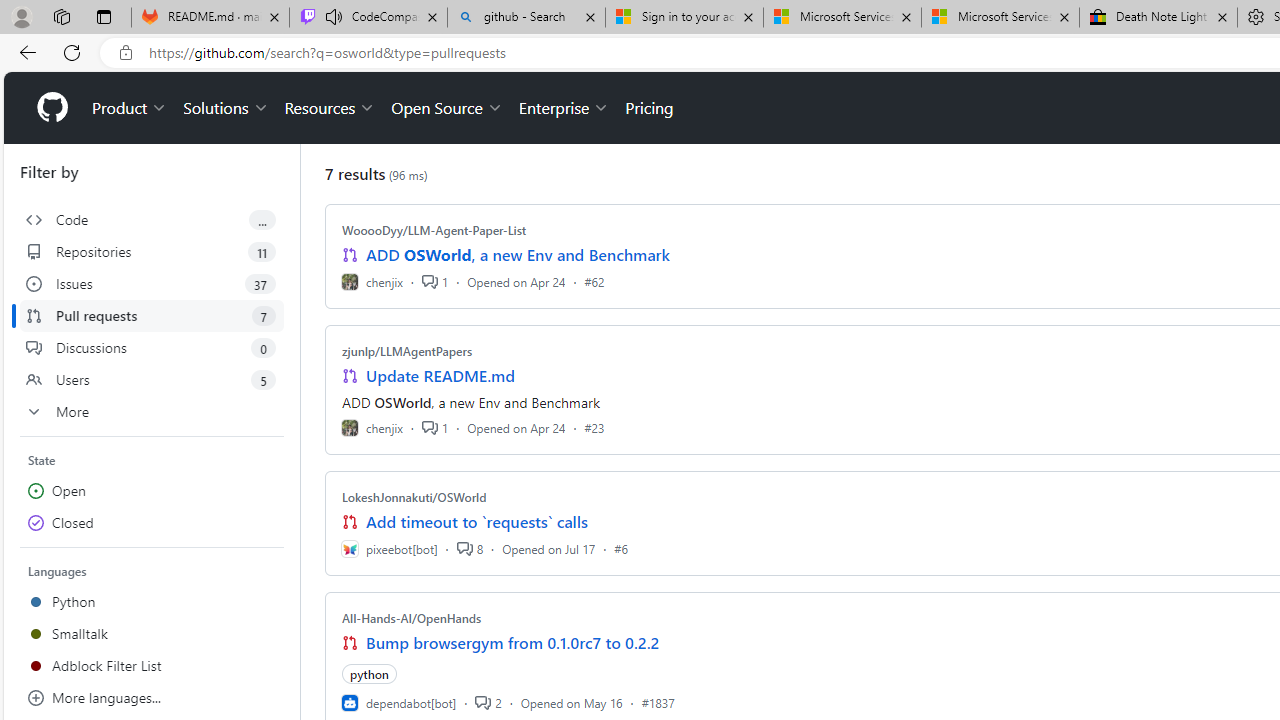  Describe the element at coordinates (445, 108) in the screenshot. I see `'Open Source'` at that location.